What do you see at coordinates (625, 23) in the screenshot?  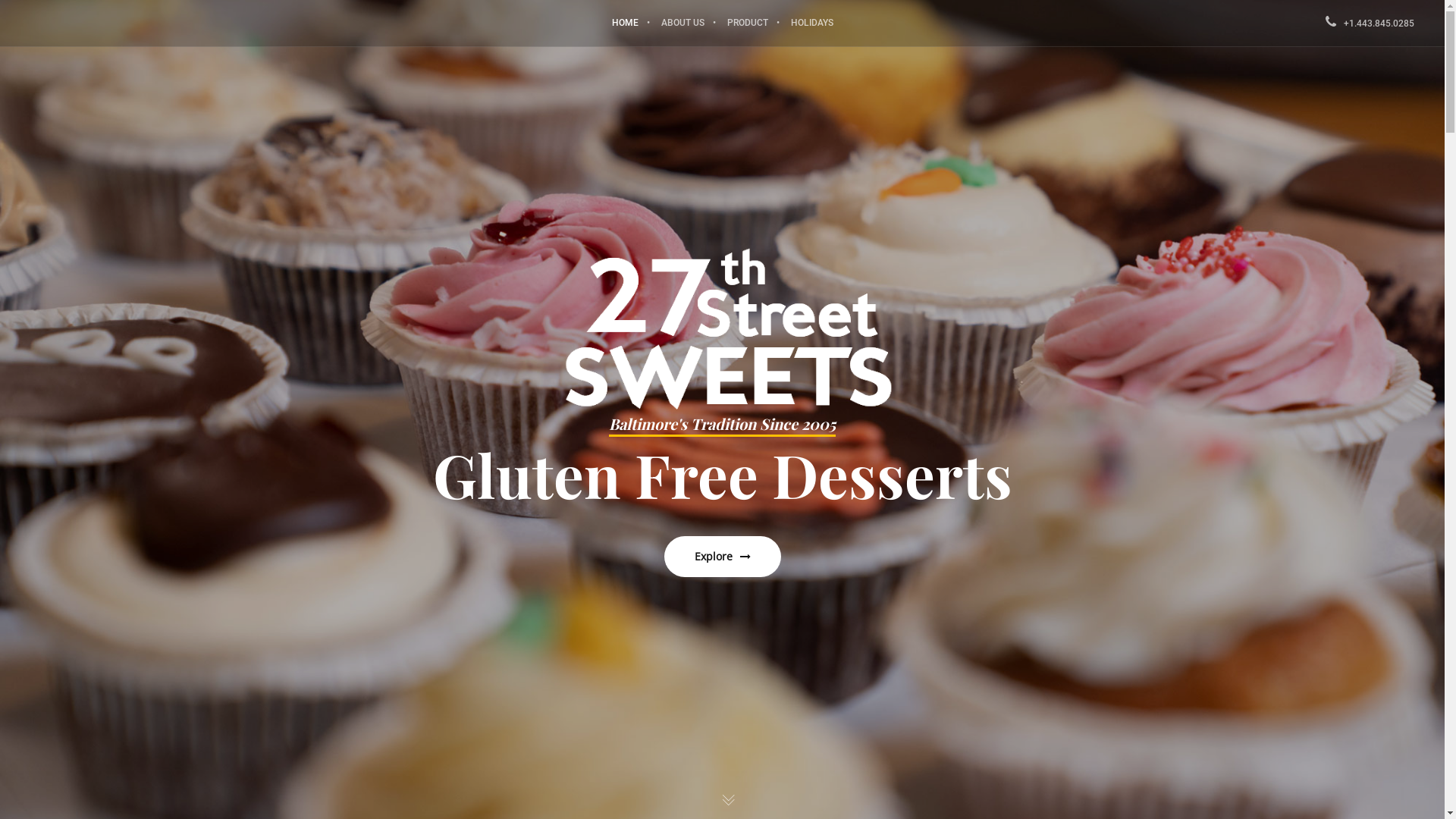 I see `'HOME'` at bounding box center [625, 23].